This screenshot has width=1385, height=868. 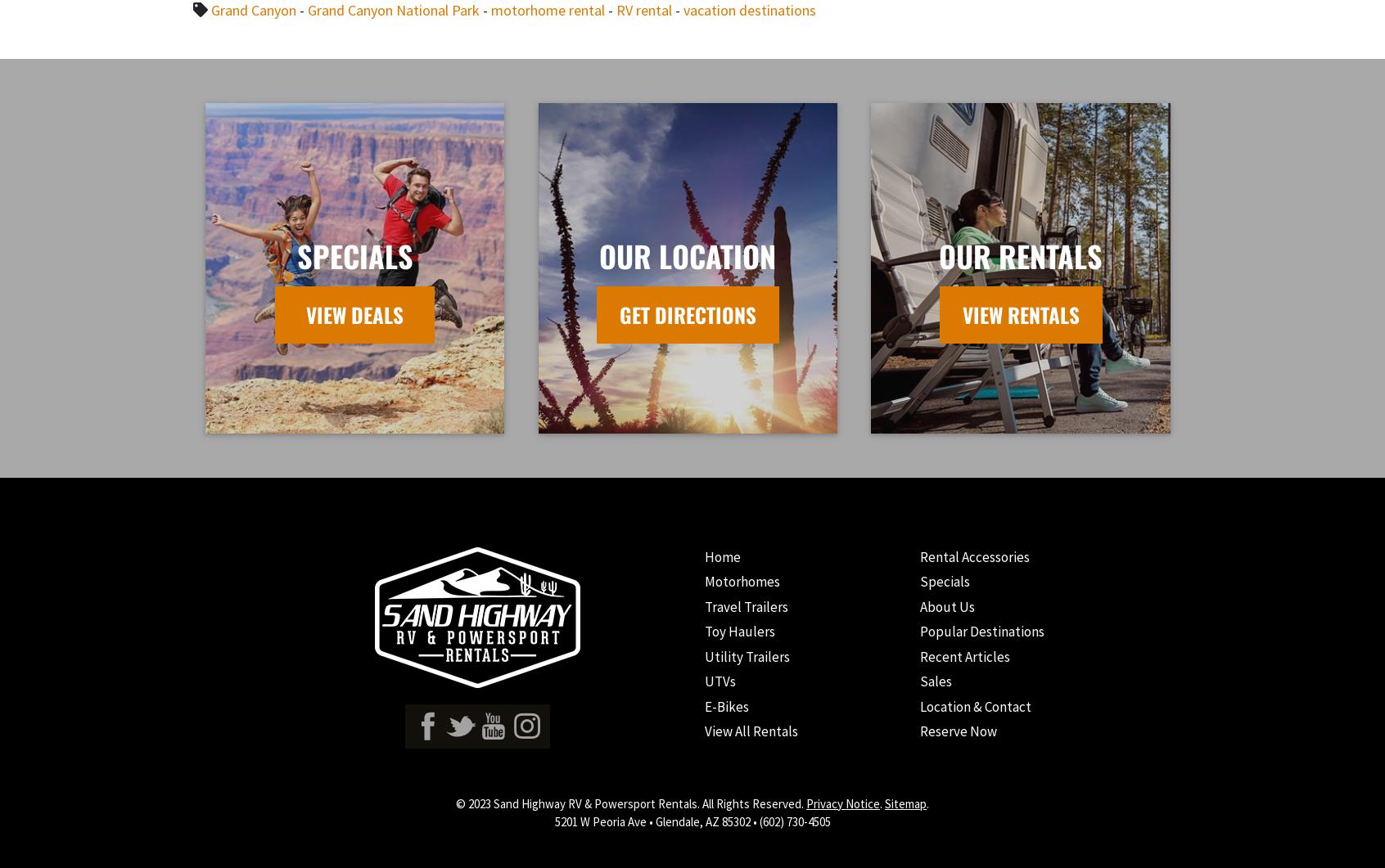 What do you see at coordinates (749, 9) in the screenshot?
I see `'vacation destinations'` at bounding box center [749, 9].